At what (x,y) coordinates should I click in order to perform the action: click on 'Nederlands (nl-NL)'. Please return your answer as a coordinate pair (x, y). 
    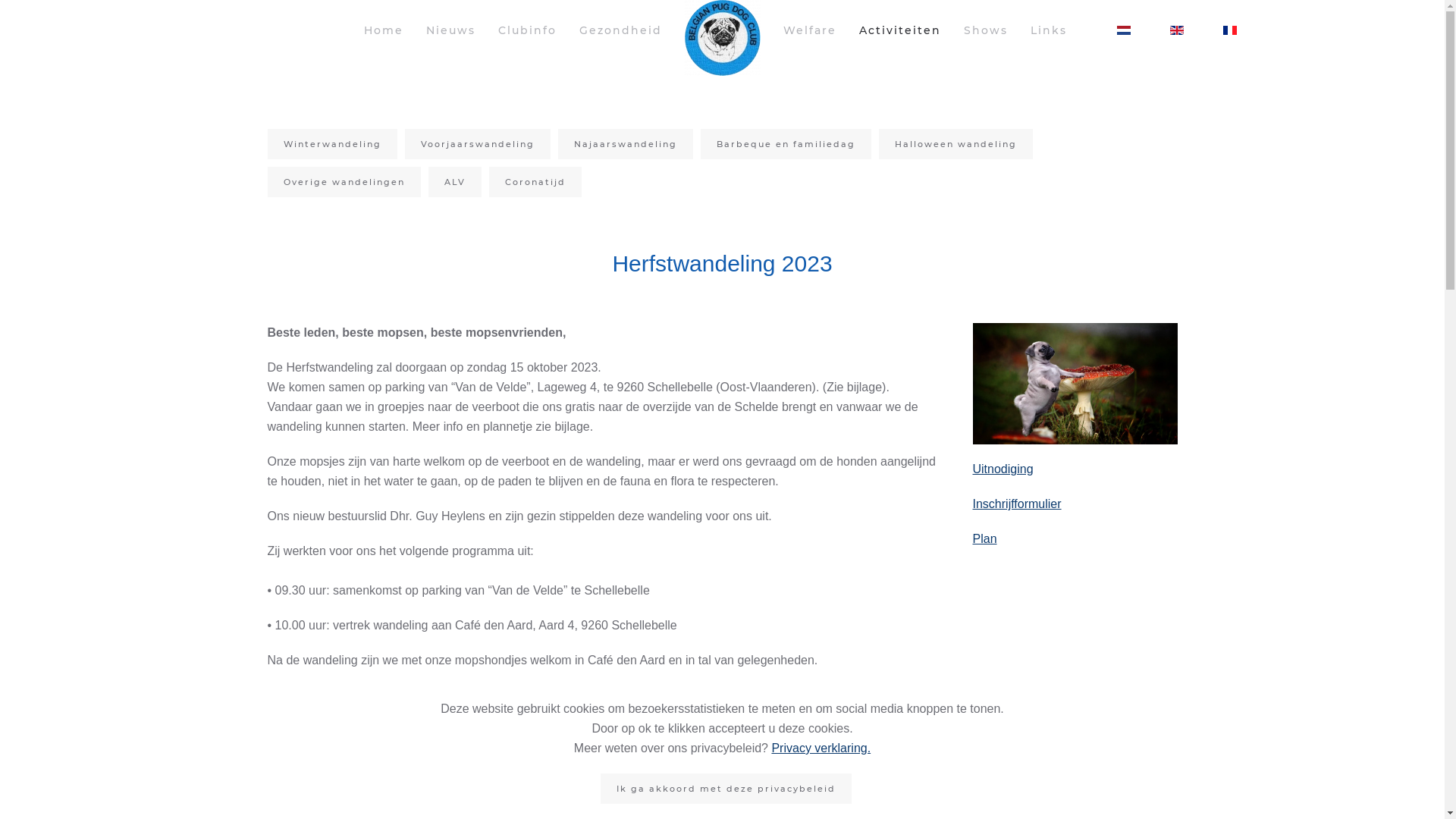
    Looking at the image, I should click on (1123, 30).